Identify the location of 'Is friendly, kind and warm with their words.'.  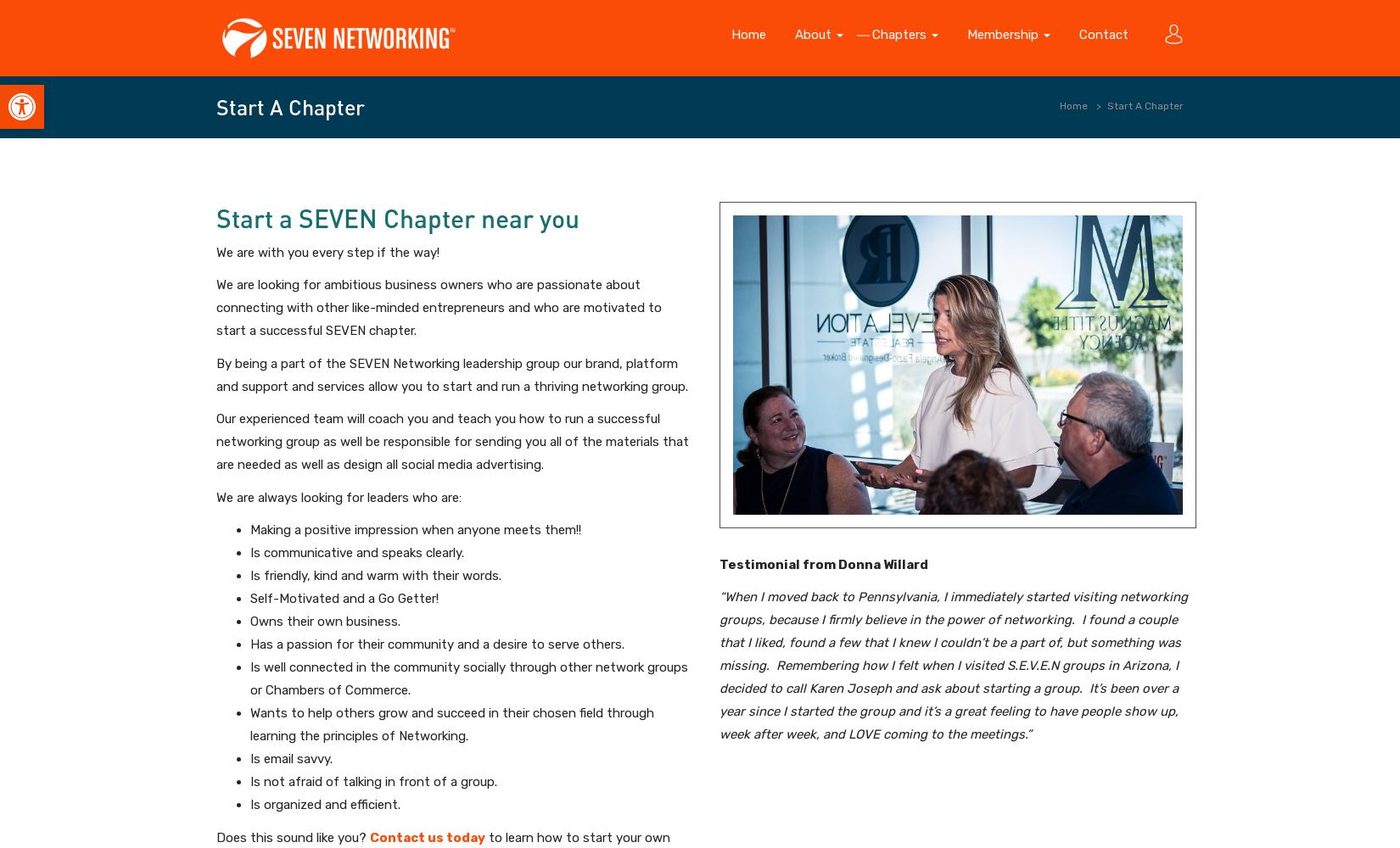
(375, 576).